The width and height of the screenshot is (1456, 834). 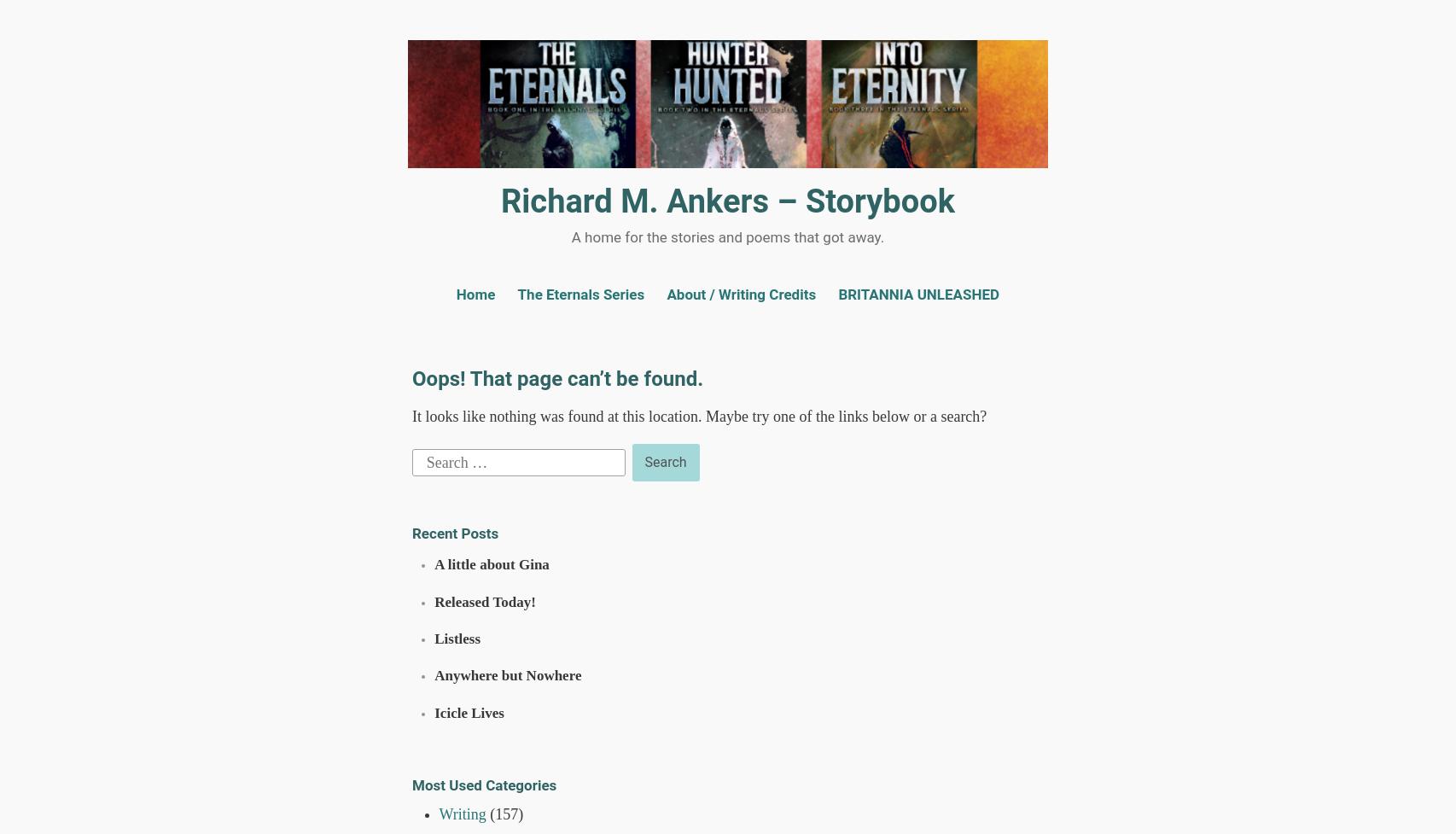 What do you see at coordinates (434, 564) in the screenshot?
I see `'A little about Gina'` at bounding box center [434, 564].